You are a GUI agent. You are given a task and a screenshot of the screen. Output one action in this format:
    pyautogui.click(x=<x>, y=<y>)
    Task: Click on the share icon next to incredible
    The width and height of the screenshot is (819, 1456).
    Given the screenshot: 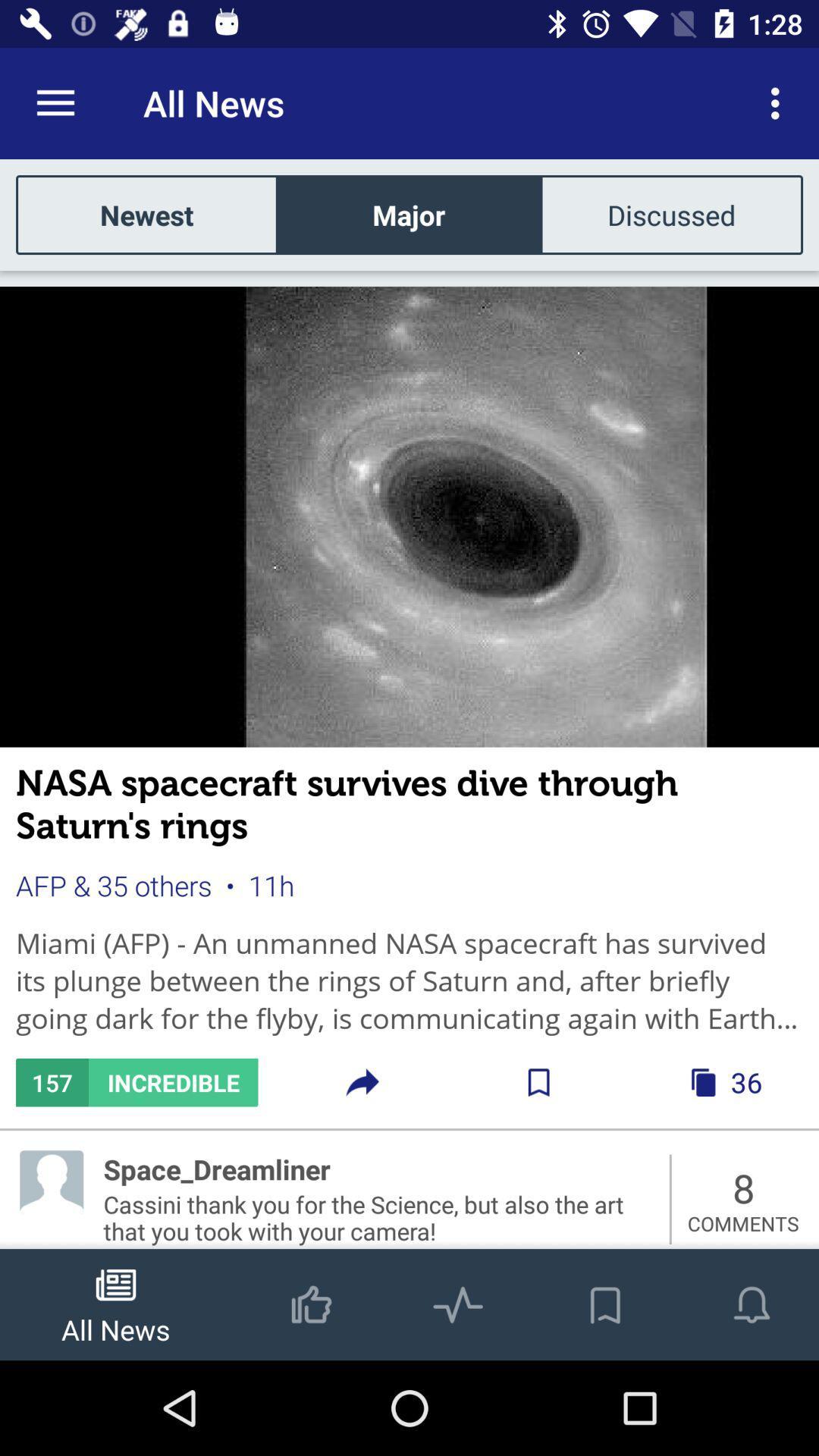 What is the action you would take?
    pyautogui.click(x=362, y=1081)
    